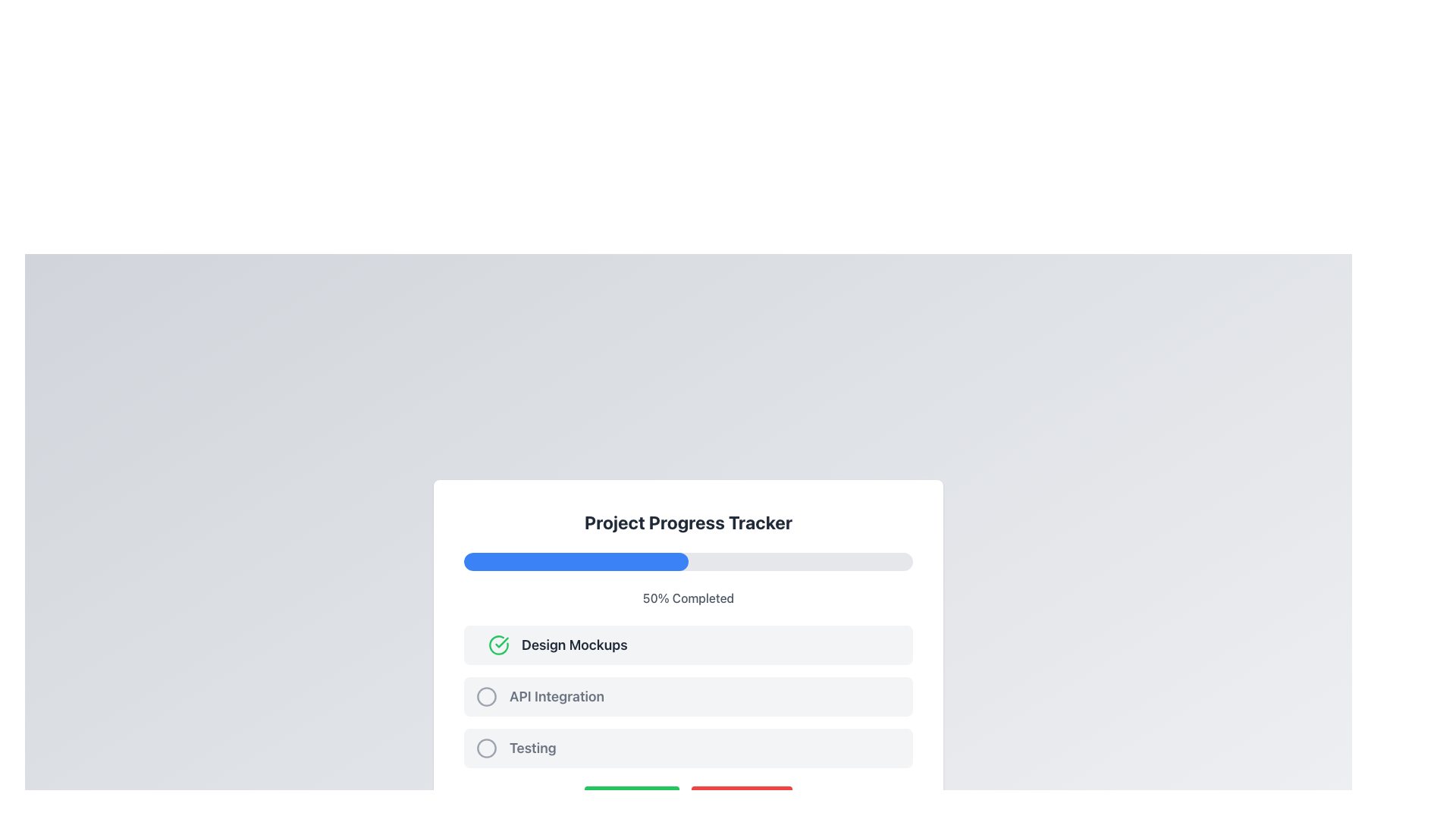 Image resolution: width=1456 pixels, height=819 pixels. I want to click on the 'Decrease' button in the grouped button element with green and red buttons labeled 'Increase' and 'Decrease' to decrement the value or progress, so click(687, 800).